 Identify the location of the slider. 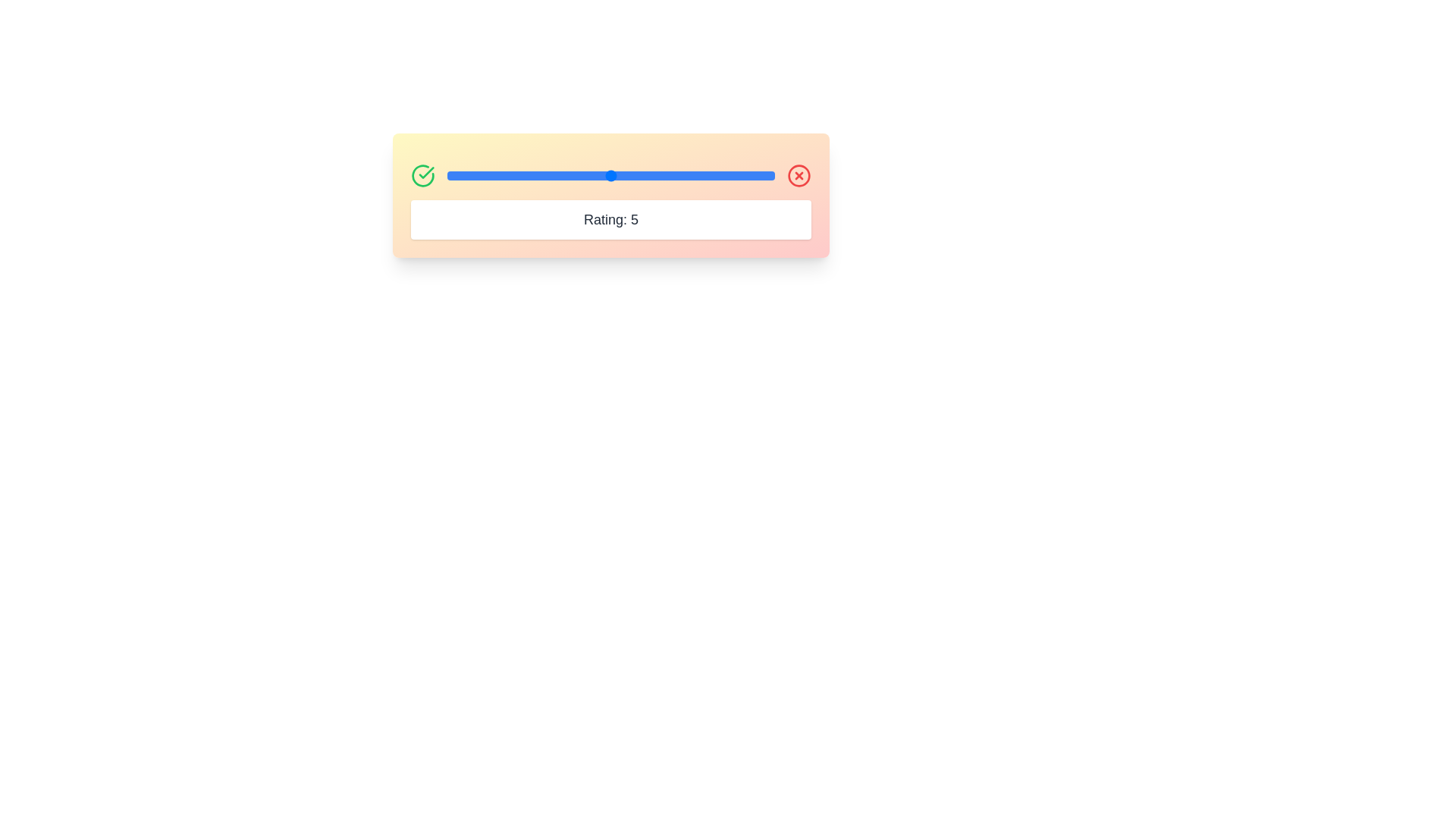
(708, 174).